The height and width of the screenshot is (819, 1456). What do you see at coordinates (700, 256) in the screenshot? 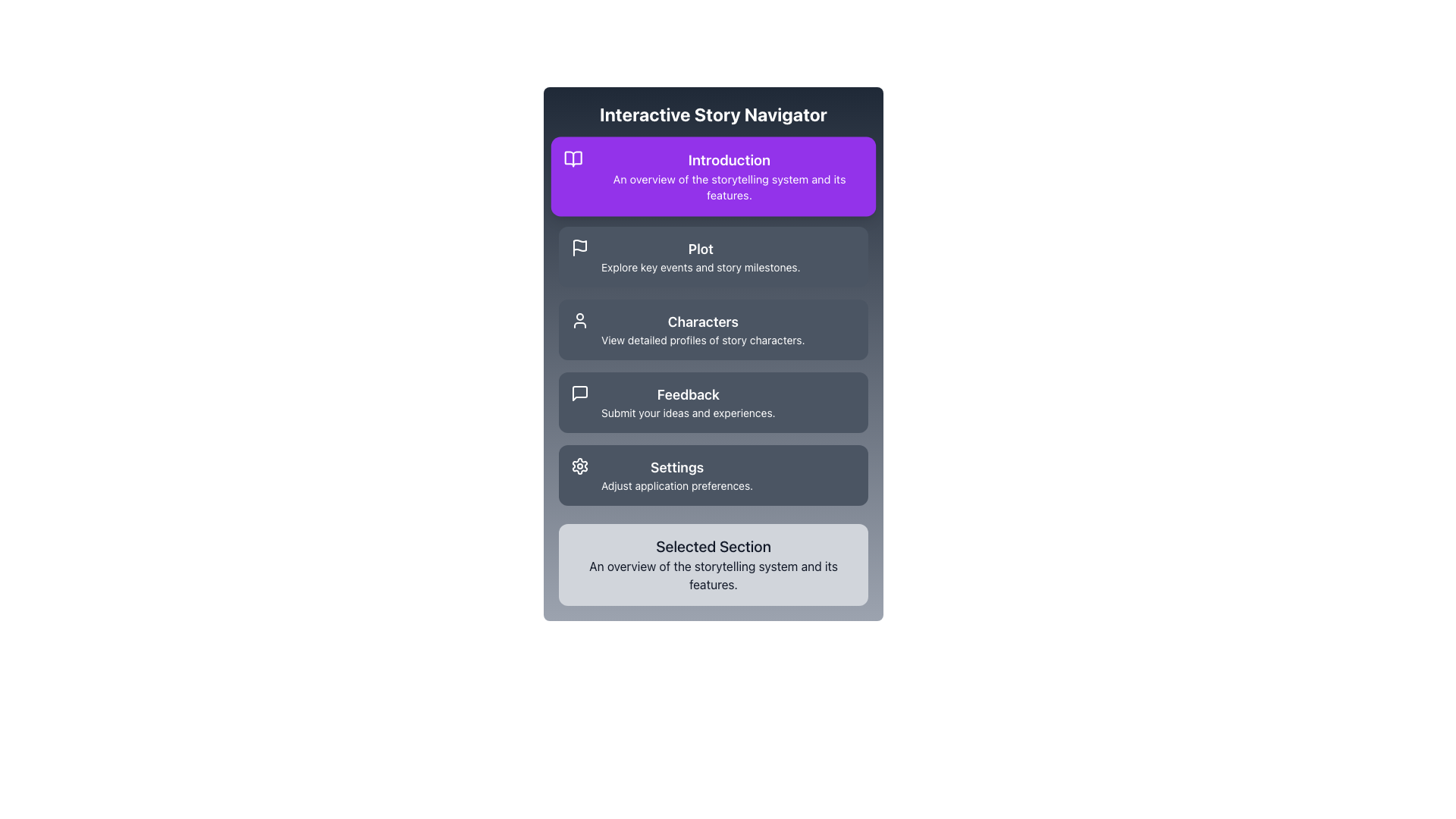
I see `the clickable navigation item labeled 'Plot' which is located in the second row of the navigation menu, between 'Introduction' and 'Characters'` at bounding box center [700, 256].